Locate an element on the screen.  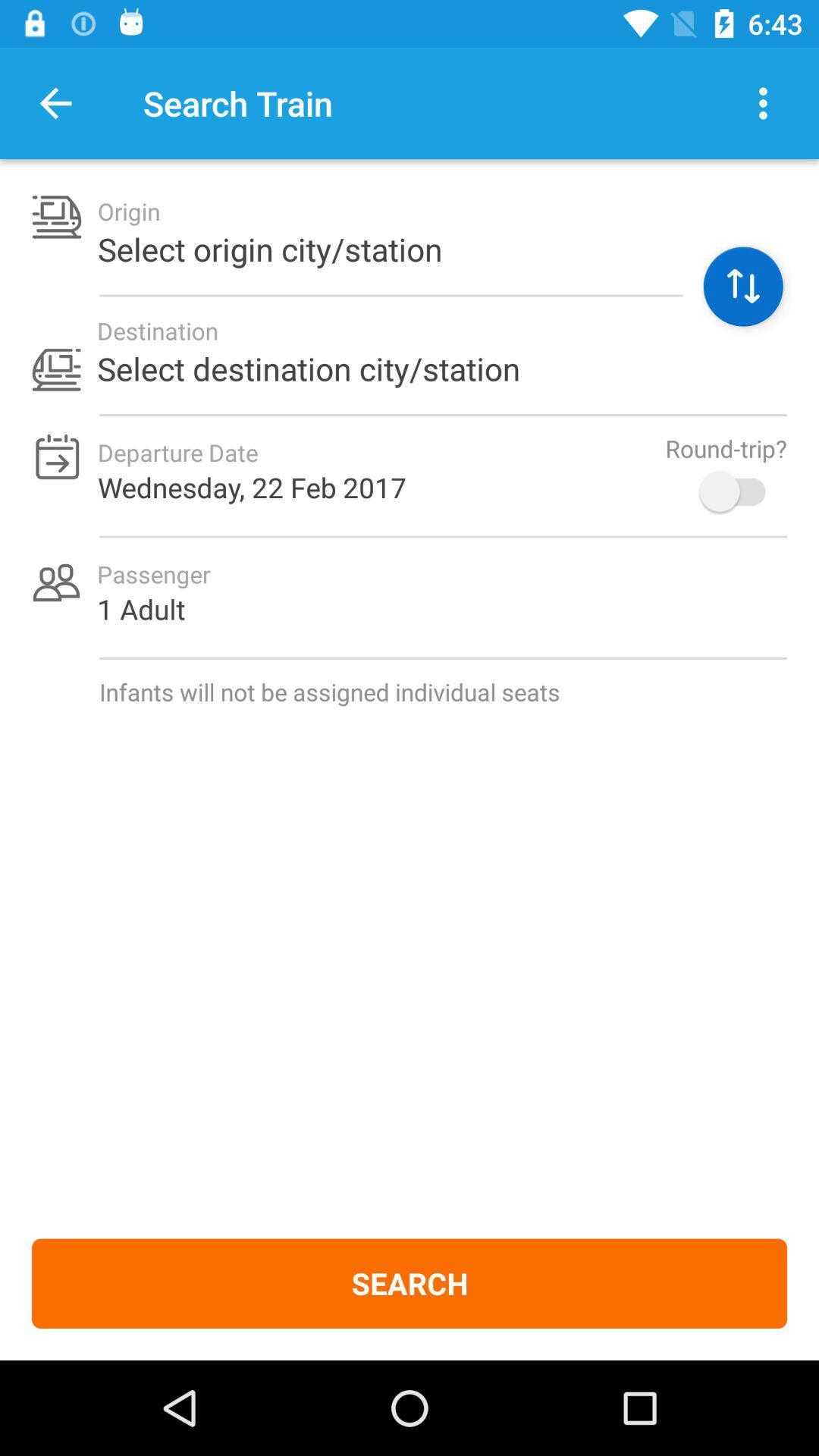
the swap icon is located at coordinates (742, 287).